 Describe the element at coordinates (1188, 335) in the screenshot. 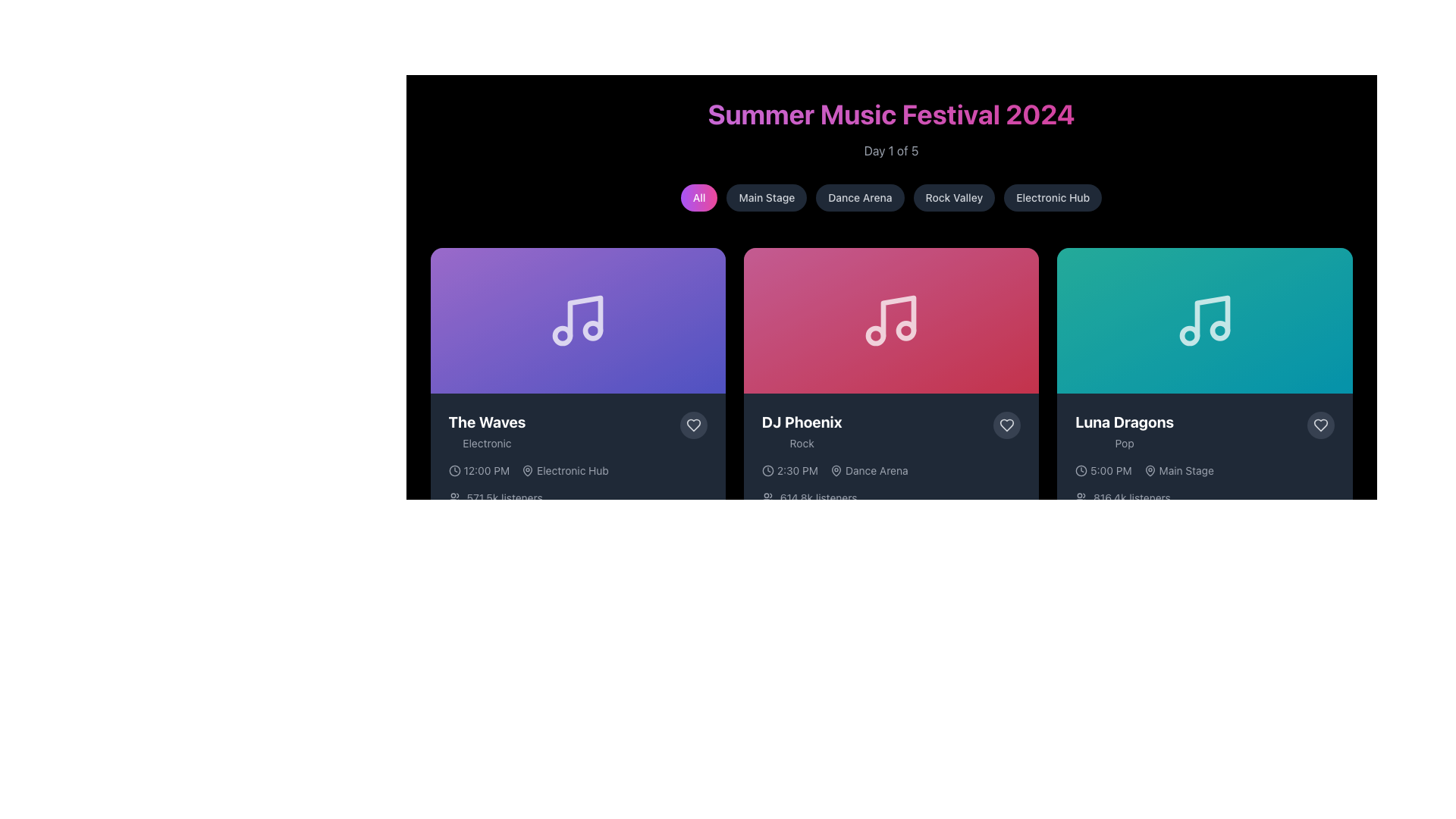

I see `the small teal circular icon located at the bottom-left corner of the musical note icon associated with the 'Luna Dragons' event card` at that location.